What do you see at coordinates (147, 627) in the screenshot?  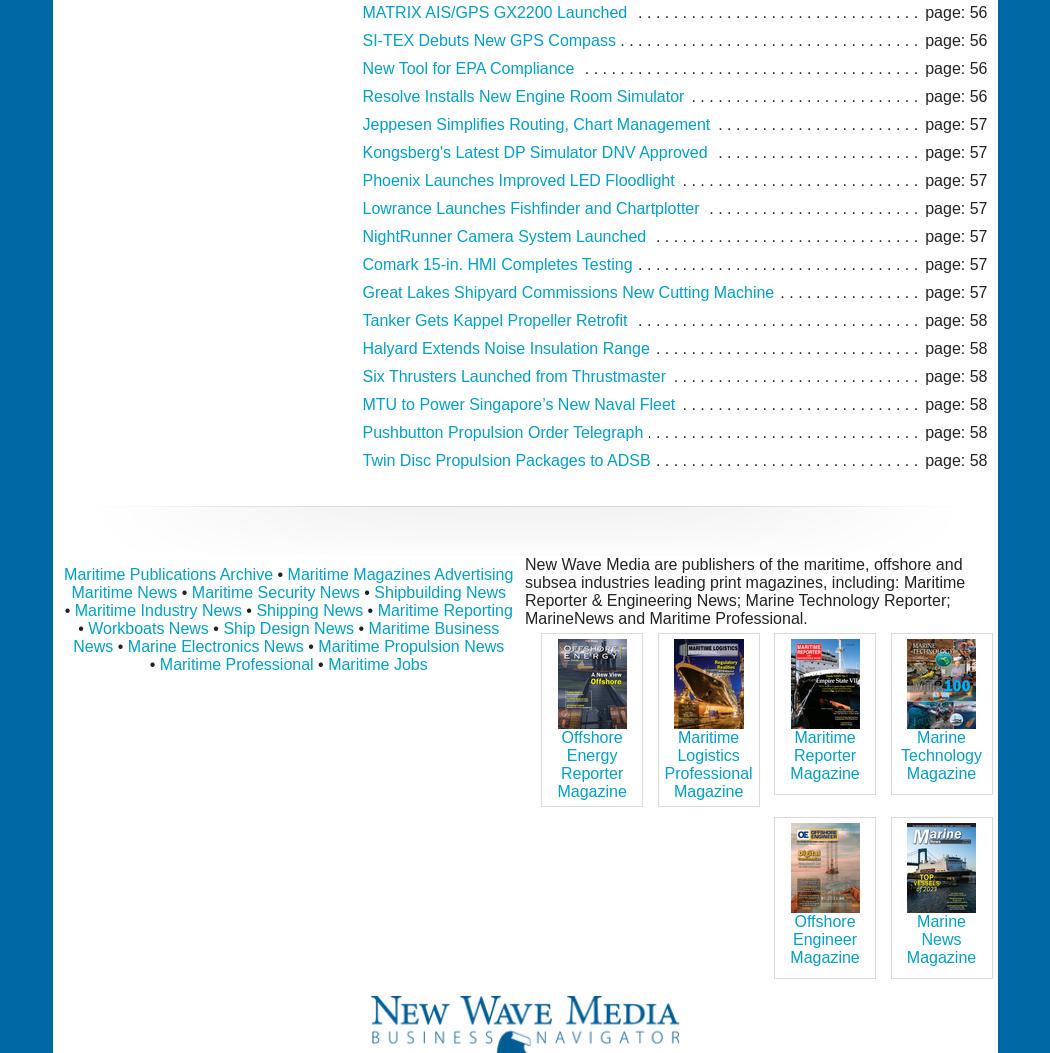 I see `'Workboats News'` at bounding box center [147, 627].